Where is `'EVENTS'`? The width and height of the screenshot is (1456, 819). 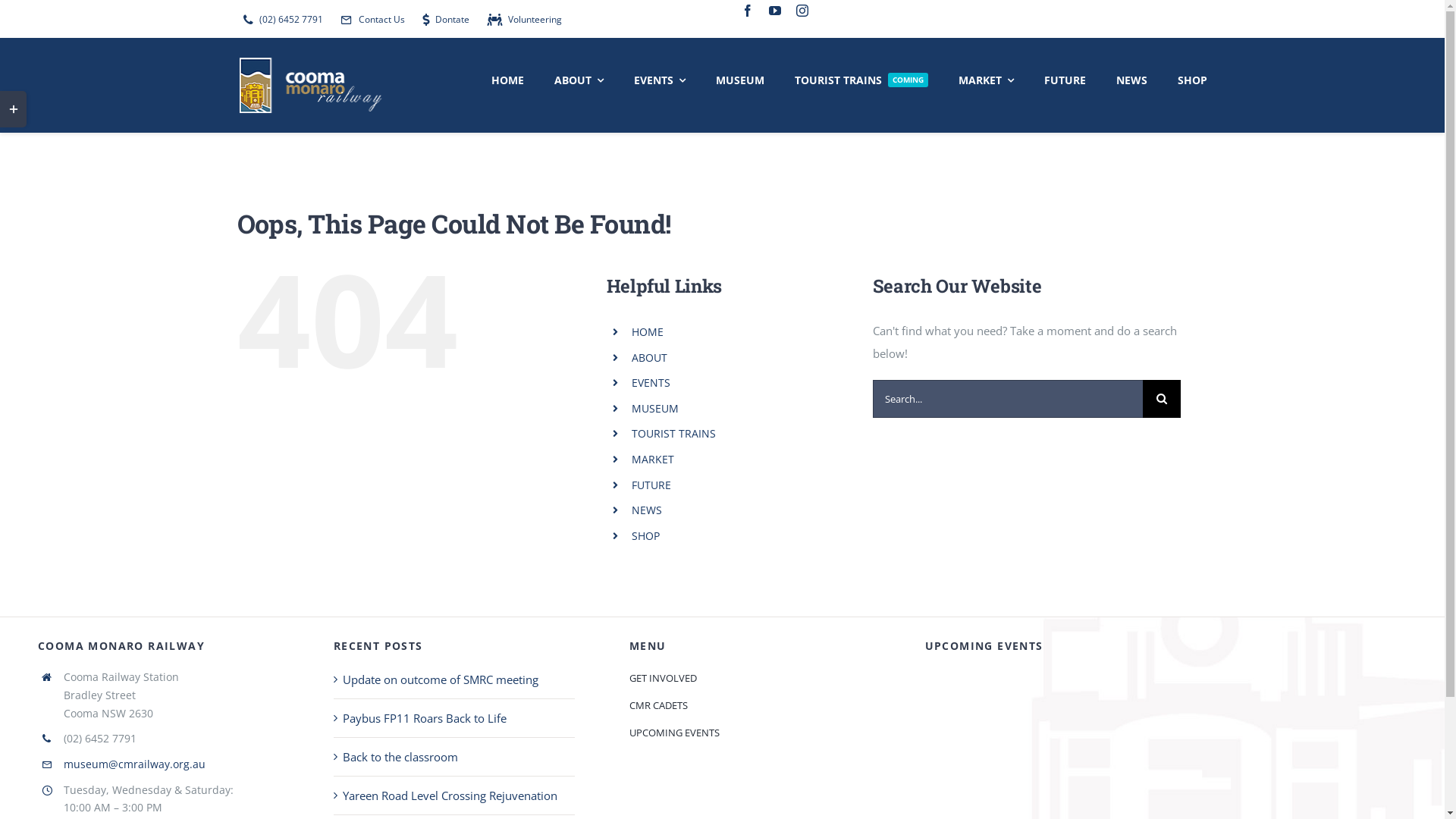
'EVENTS' is located at coordinates (659, 78).